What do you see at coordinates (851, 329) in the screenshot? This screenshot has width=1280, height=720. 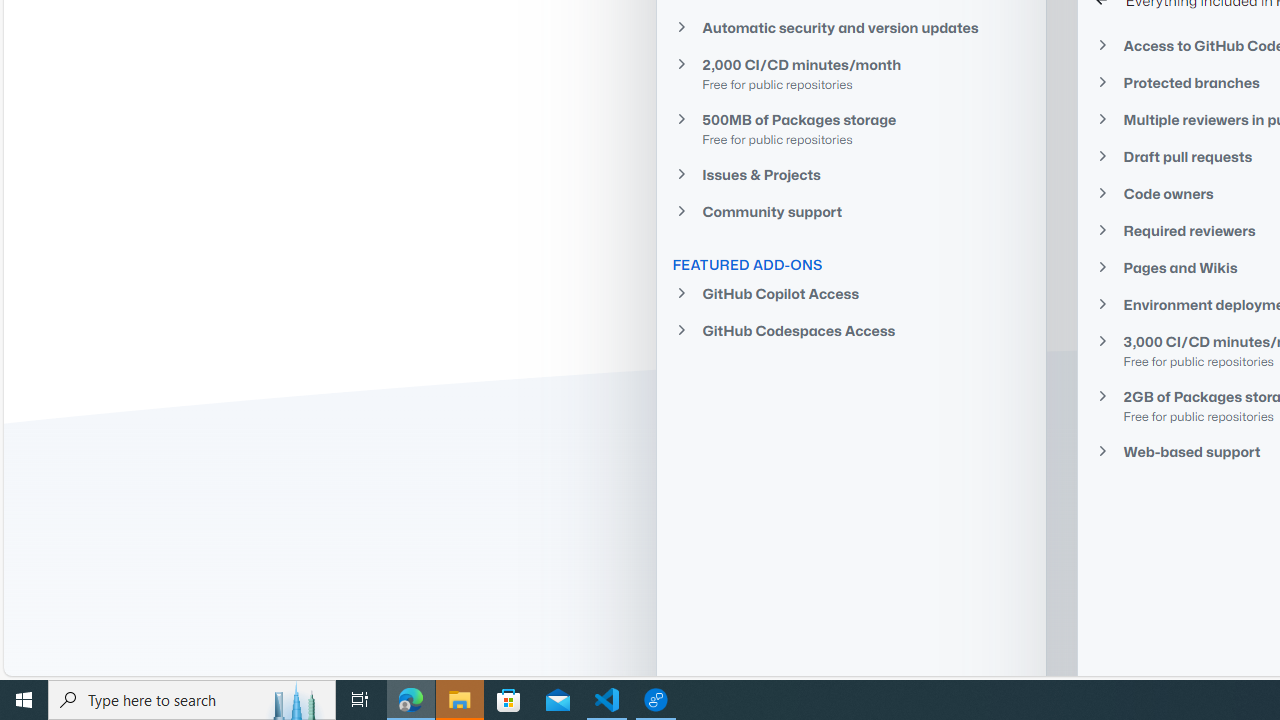 I see `'GitHub Codespaces Access'` at bounding box center [851, 329].